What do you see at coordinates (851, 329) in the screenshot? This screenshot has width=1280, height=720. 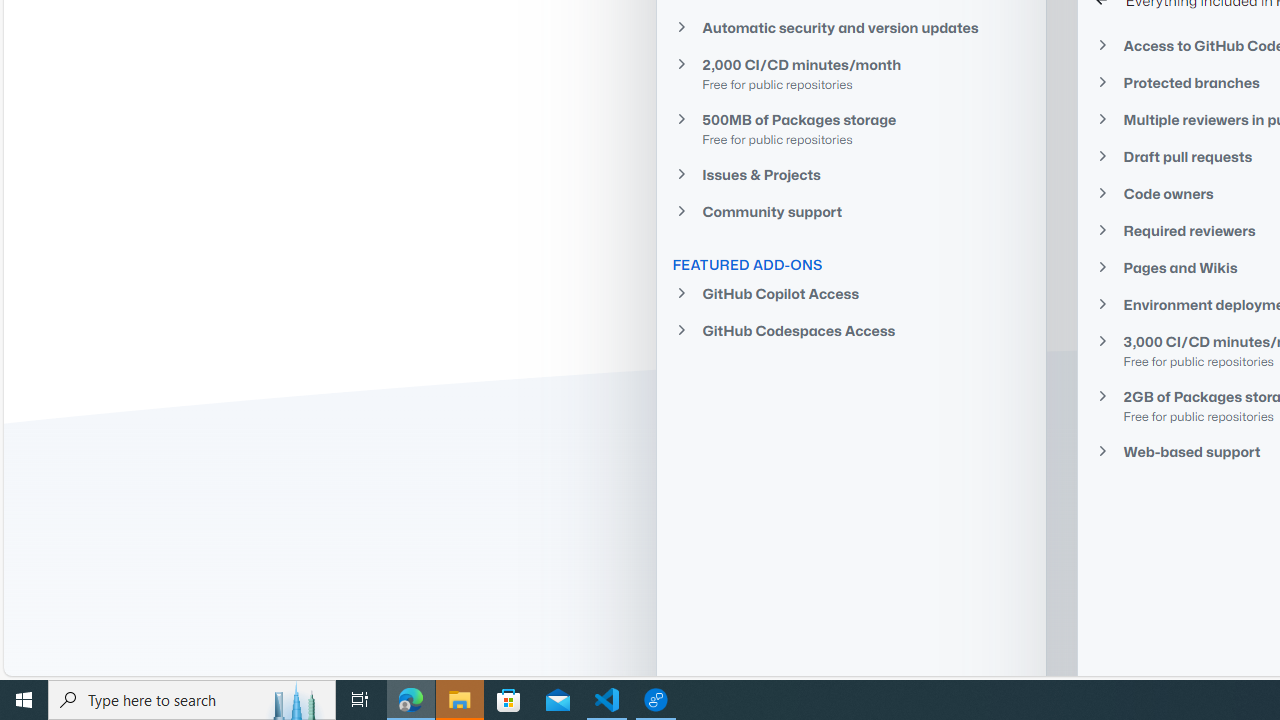 I see `'GitHub Codespaces Access'` at bounding box center [851, 329].